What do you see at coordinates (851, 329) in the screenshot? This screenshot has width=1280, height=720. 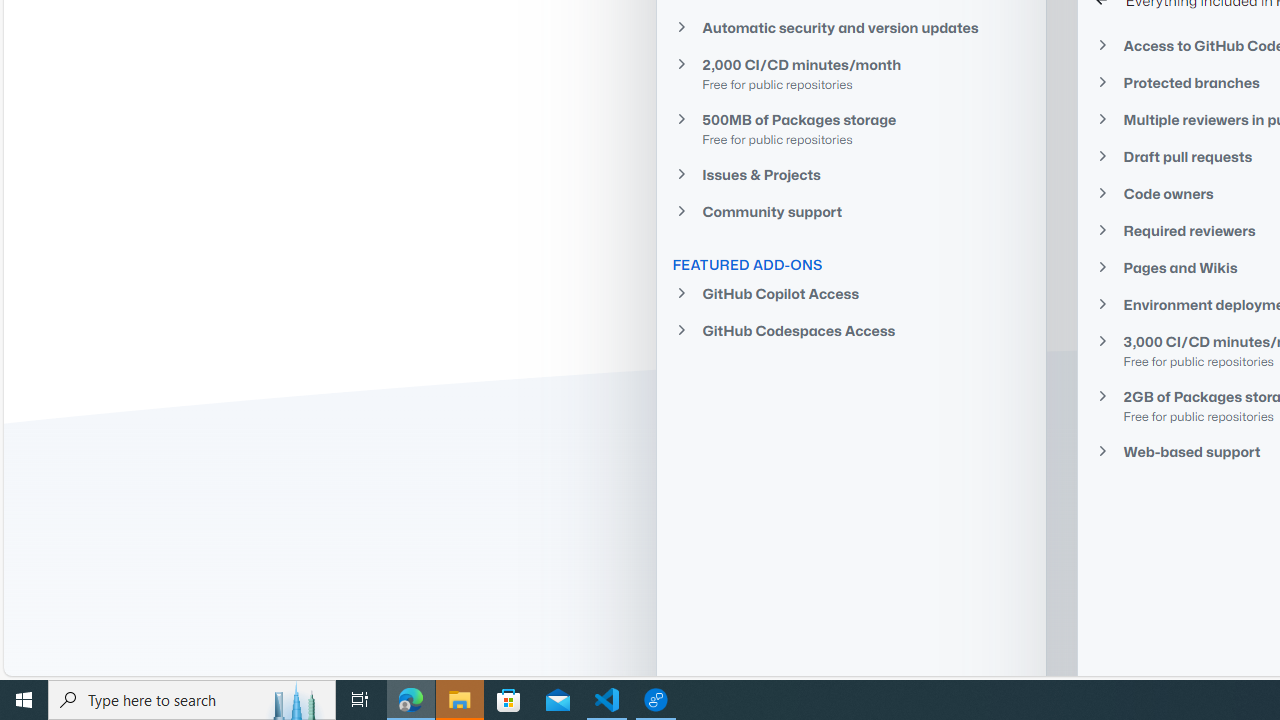 I see `'GitHub Codespaces Access'` at bounding box center [851, 329].